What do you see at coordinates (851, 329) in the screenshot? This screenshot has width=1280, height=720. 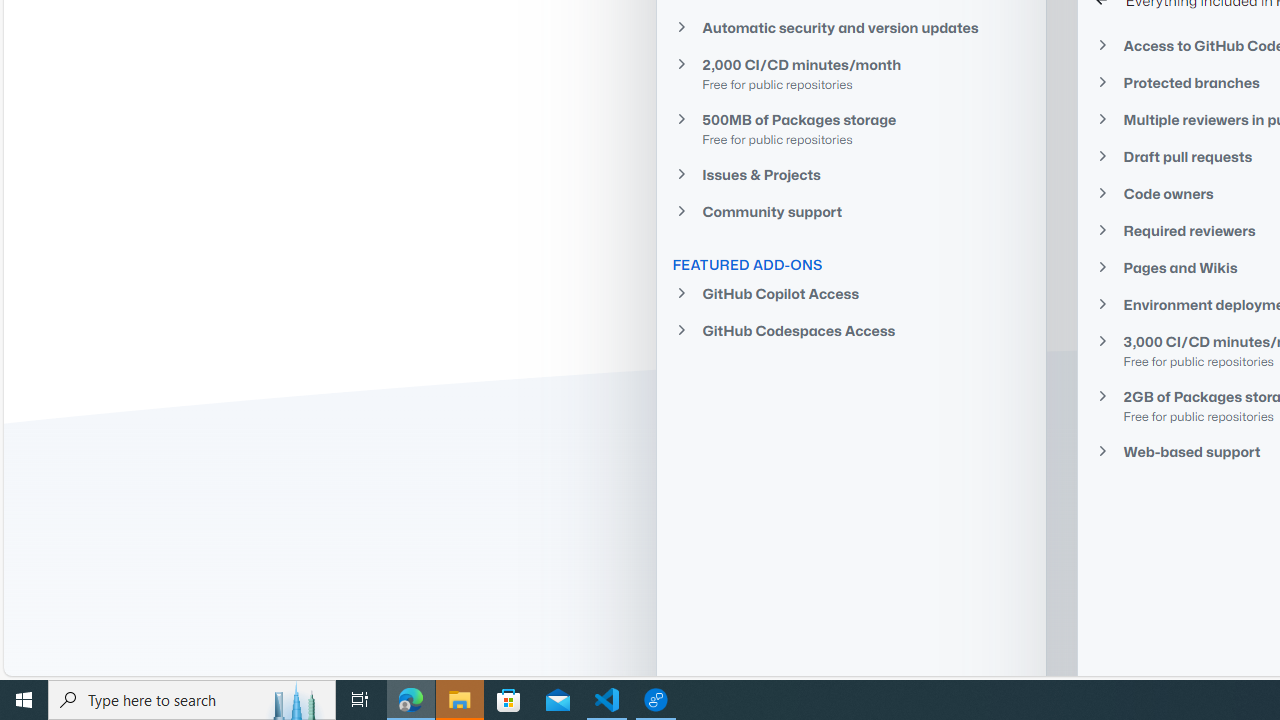 I see `'GitHub Codespaces Access'` at bounding box center [851, 329].